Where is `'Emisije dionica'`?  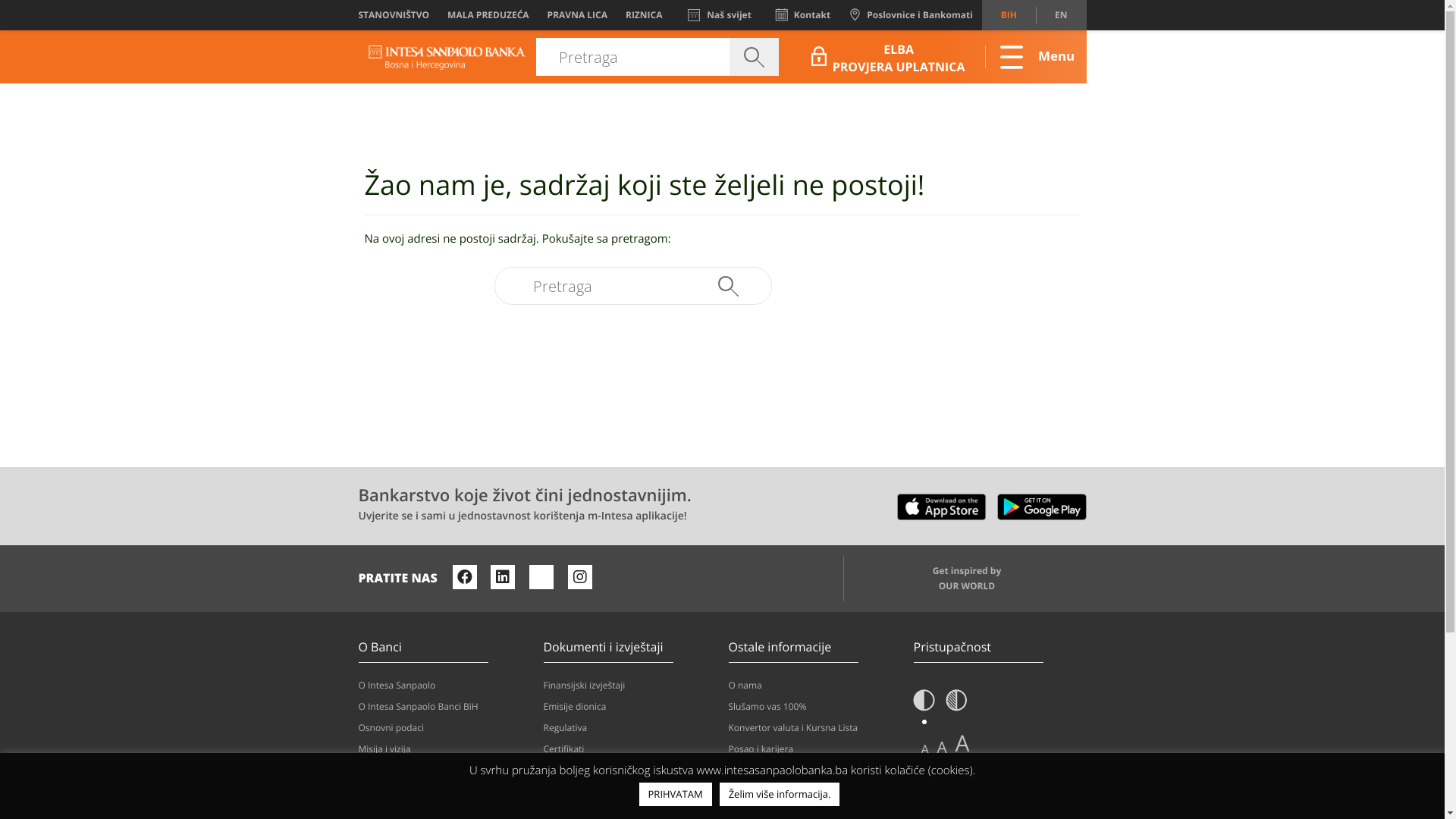 'Emisije dionica' is located at coordinates (629, 707).